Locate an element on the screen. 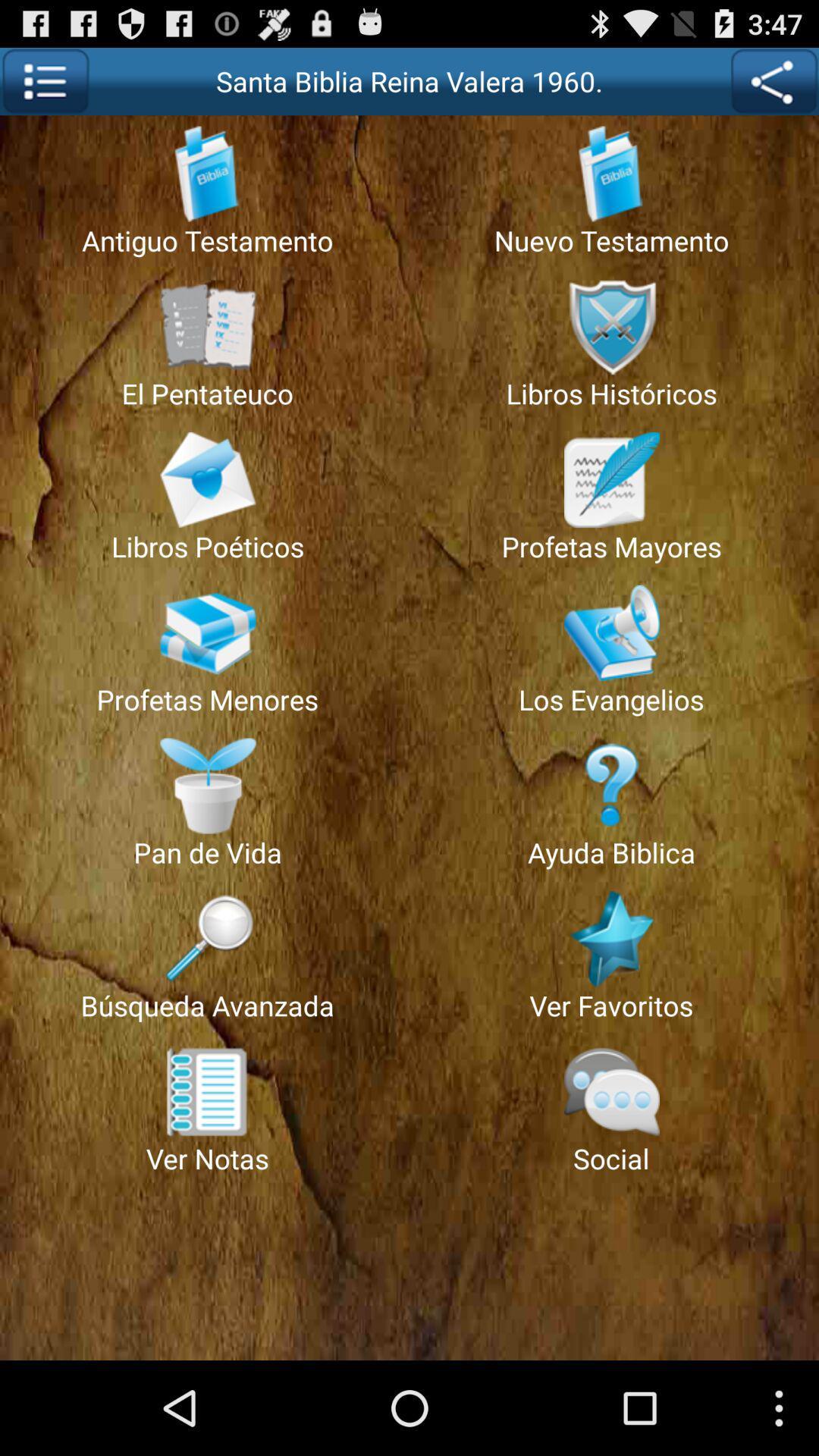 The image size is (819, 1456). item next to the santa biblia reina app is located at coordinates (773, 80).